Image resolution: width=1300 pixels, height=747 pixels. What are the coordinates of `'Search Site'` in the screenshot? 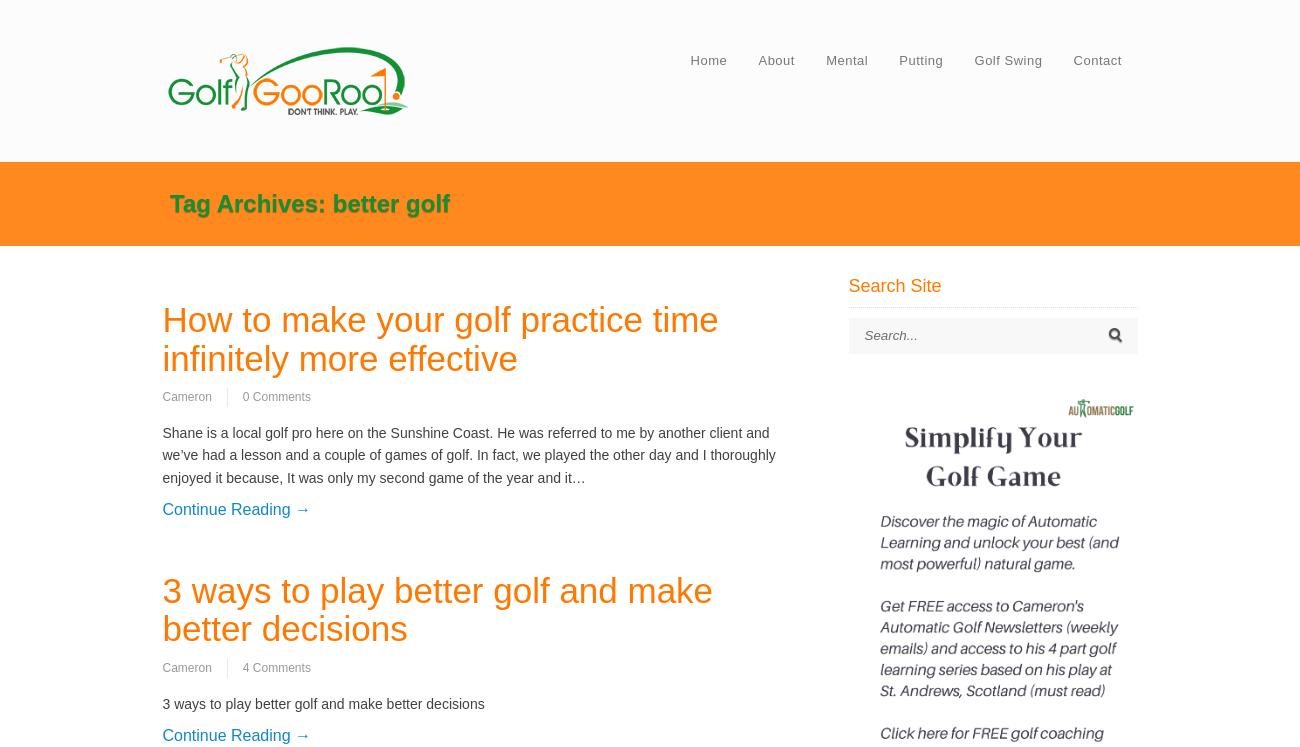 It's located at (893, 286).